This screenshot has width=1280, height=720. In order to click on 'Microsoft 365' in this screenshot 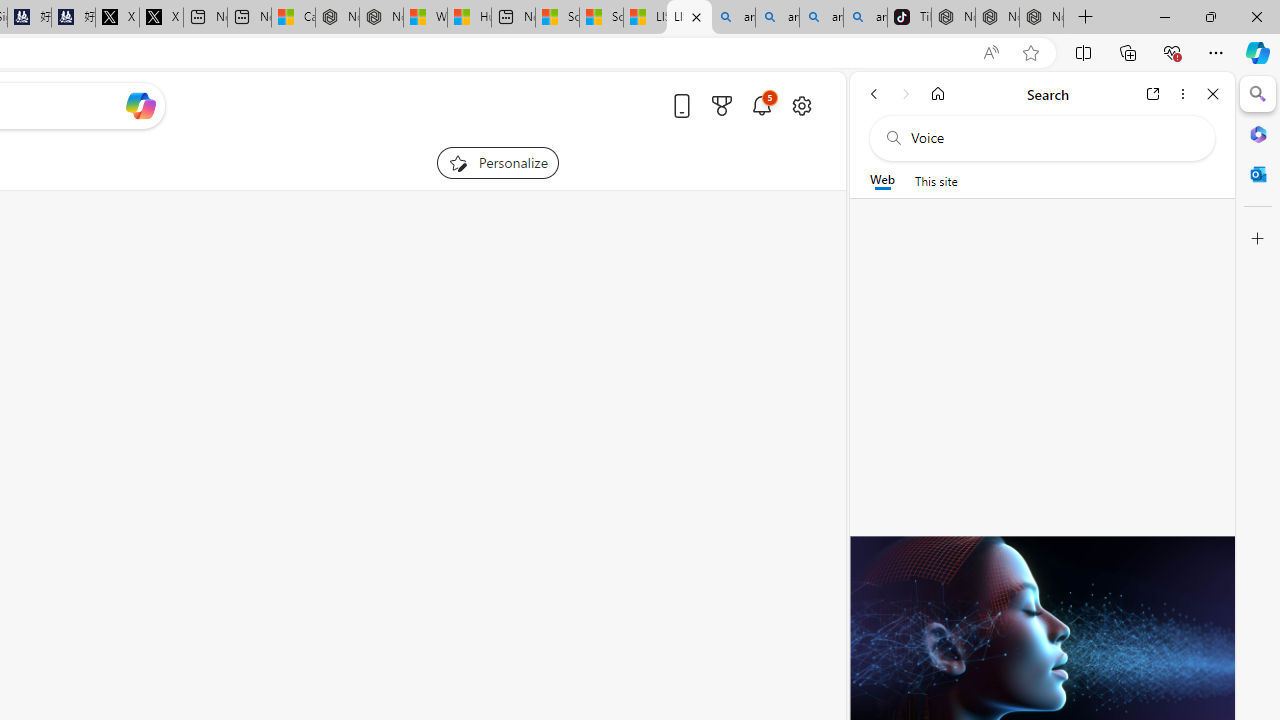, I will do `click(1257, 133)`.